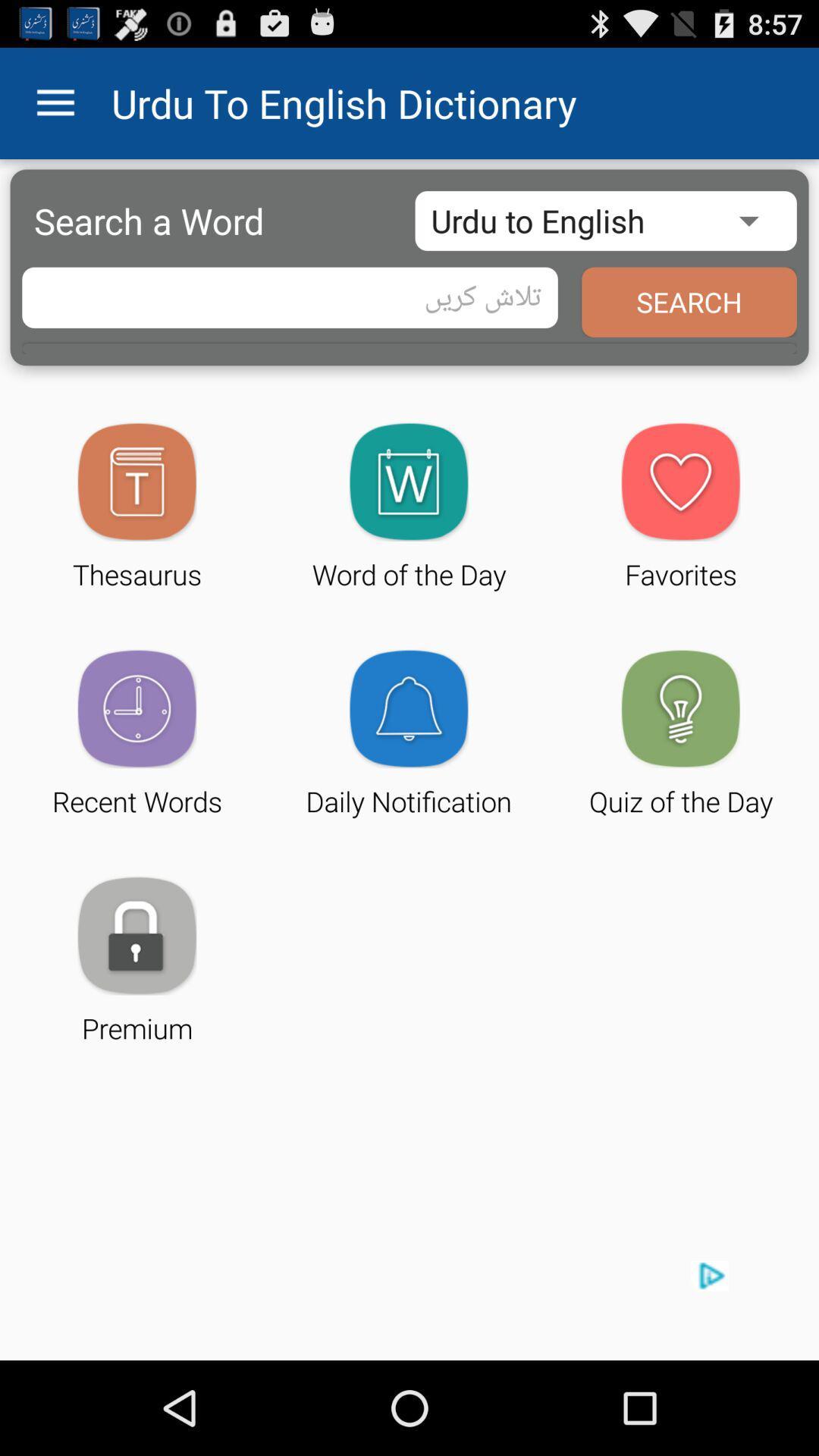 This screenshot has height=1456, width=819. Describe the element at coordinates (137, 481) in the screenshot. I see `the icon above the text thesaurus` at that location.